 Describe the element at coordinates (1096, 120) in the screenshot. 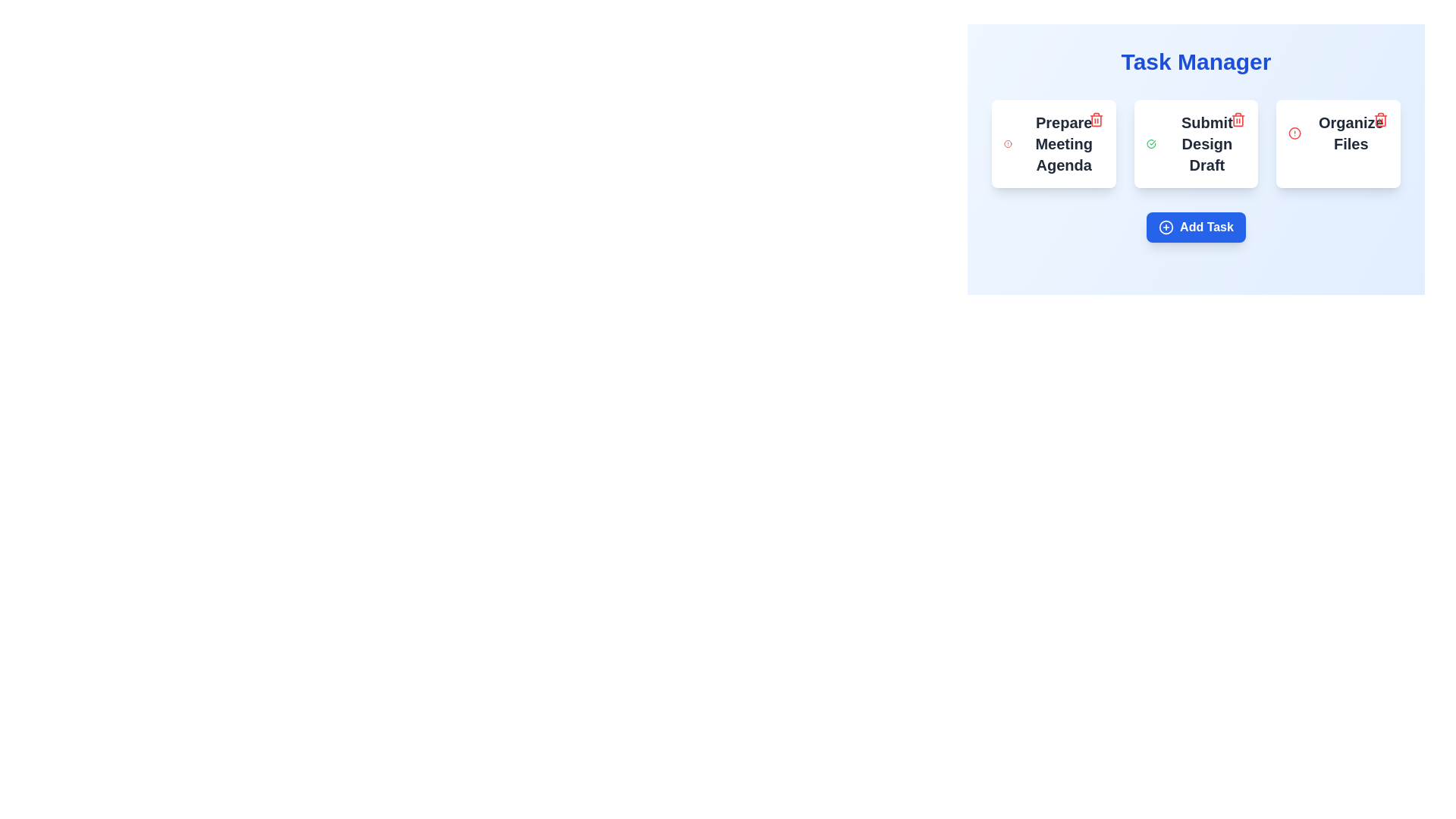

I see `the decorative graphical subcomponent of the trash bin icon located in the upper-right corner of the 'Prepare Meeting Agenda' card` at that location.